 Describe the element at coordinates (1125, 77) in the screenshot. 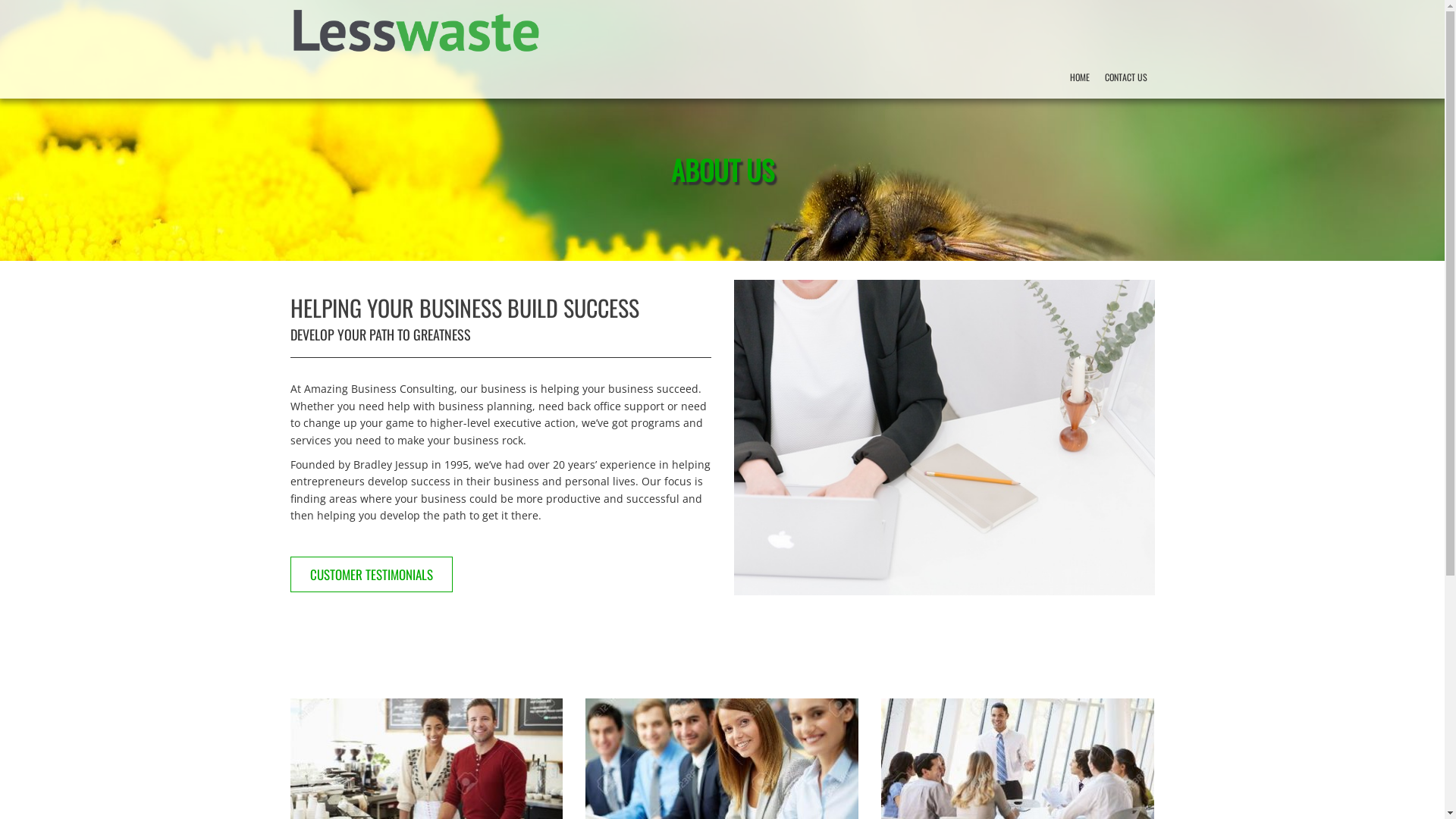

I see `'CONTACT US'` at that location.